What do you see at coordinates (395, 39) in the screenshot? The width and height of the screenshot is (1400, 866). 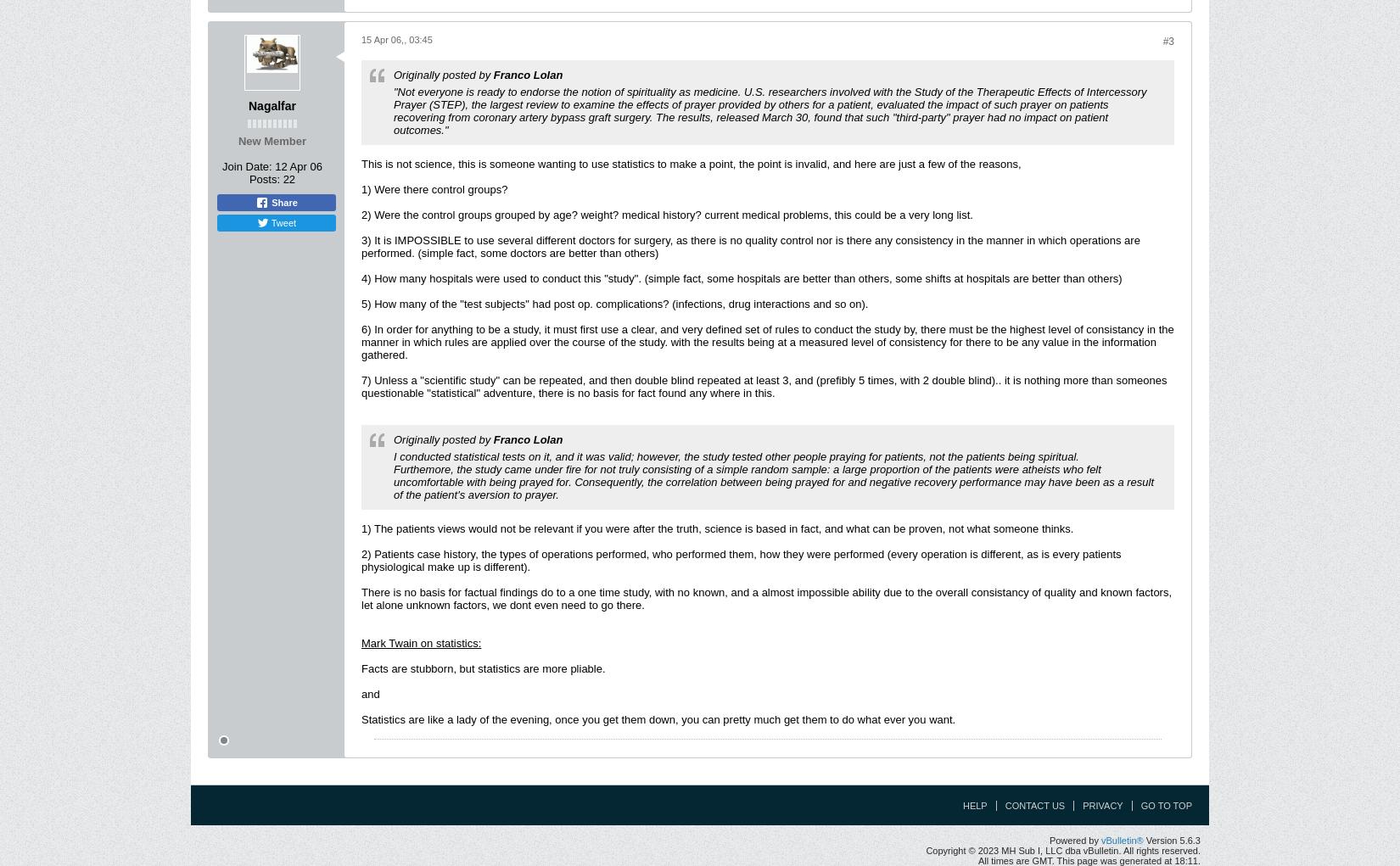 I see `'15 Apr 06,, 03:45'` at bounding box center [395, 39].